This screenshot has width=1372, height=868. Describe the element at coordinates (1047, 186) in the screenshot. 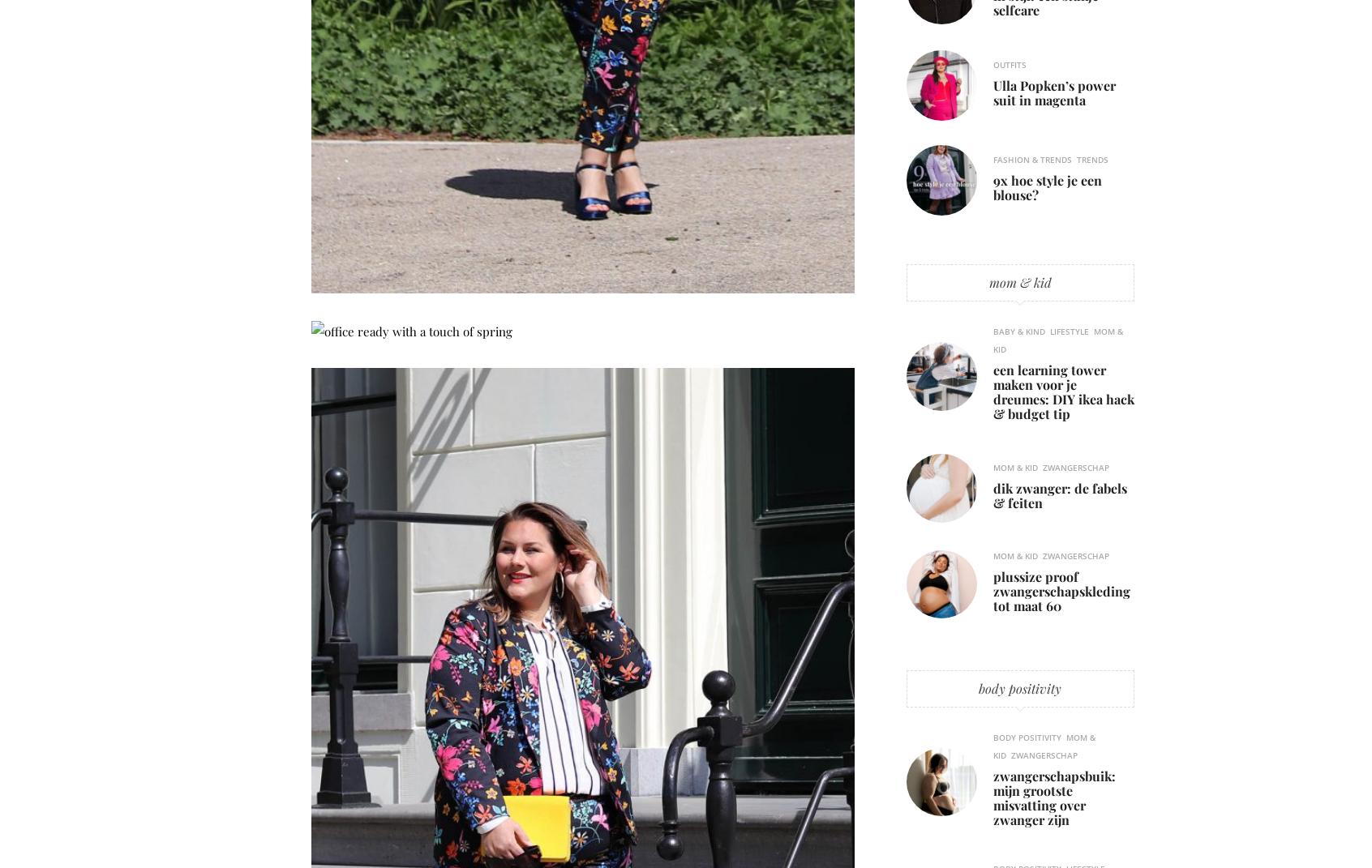

I see `'9x hoe style je een blouse?'` at that location.